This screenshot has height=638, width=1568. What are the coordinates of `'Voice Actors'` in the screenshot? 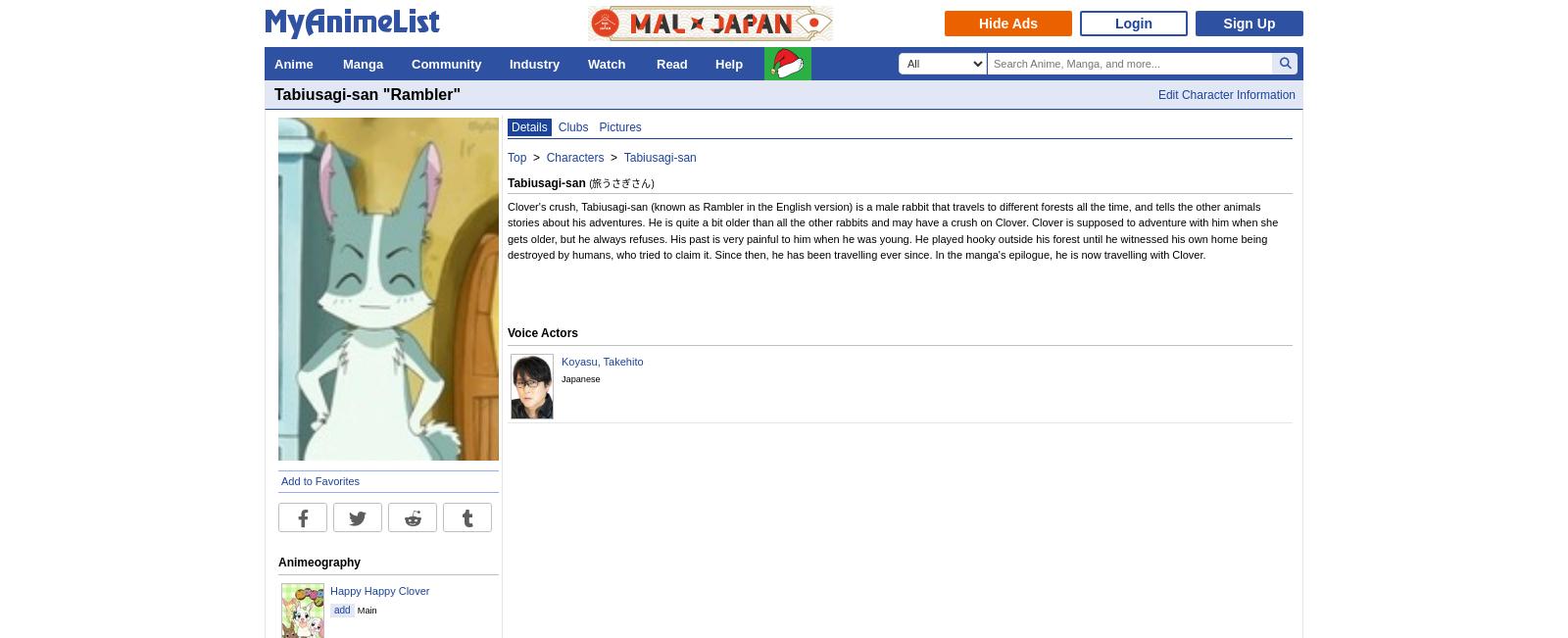 It's located at (506, 333).